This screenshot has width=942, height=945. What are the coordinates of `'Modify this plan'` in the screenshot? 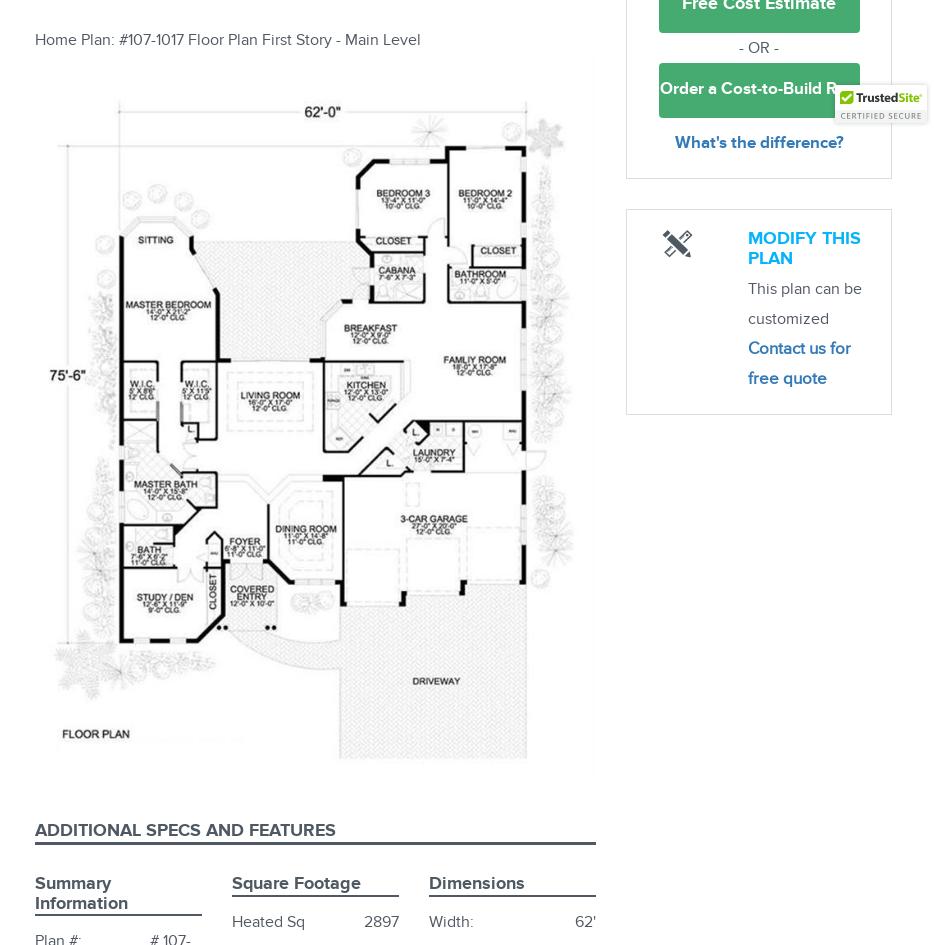 It's located at (803, 246).